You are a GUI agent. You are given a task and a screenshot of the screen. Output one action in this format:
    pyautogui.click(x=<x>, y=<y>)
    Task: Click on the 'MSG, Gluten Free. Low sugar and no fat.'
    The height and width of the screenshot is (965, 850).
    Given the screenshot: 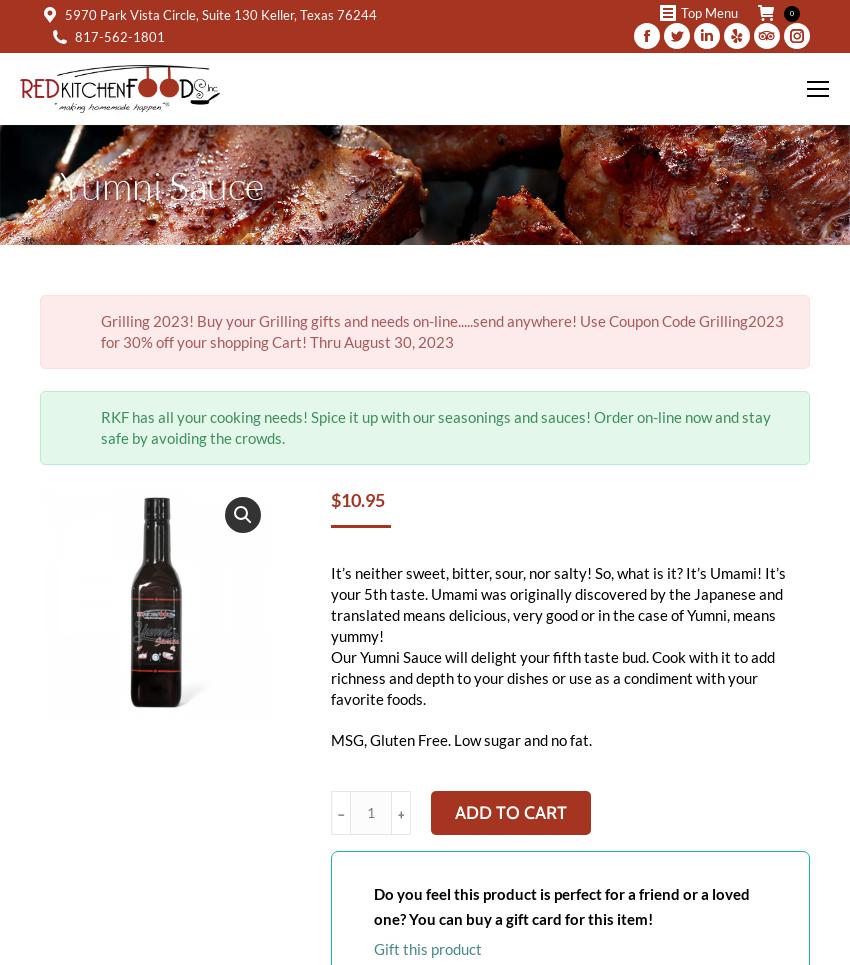 What is the action you would take?
    pyautogui.click(x=460, y=738)
    